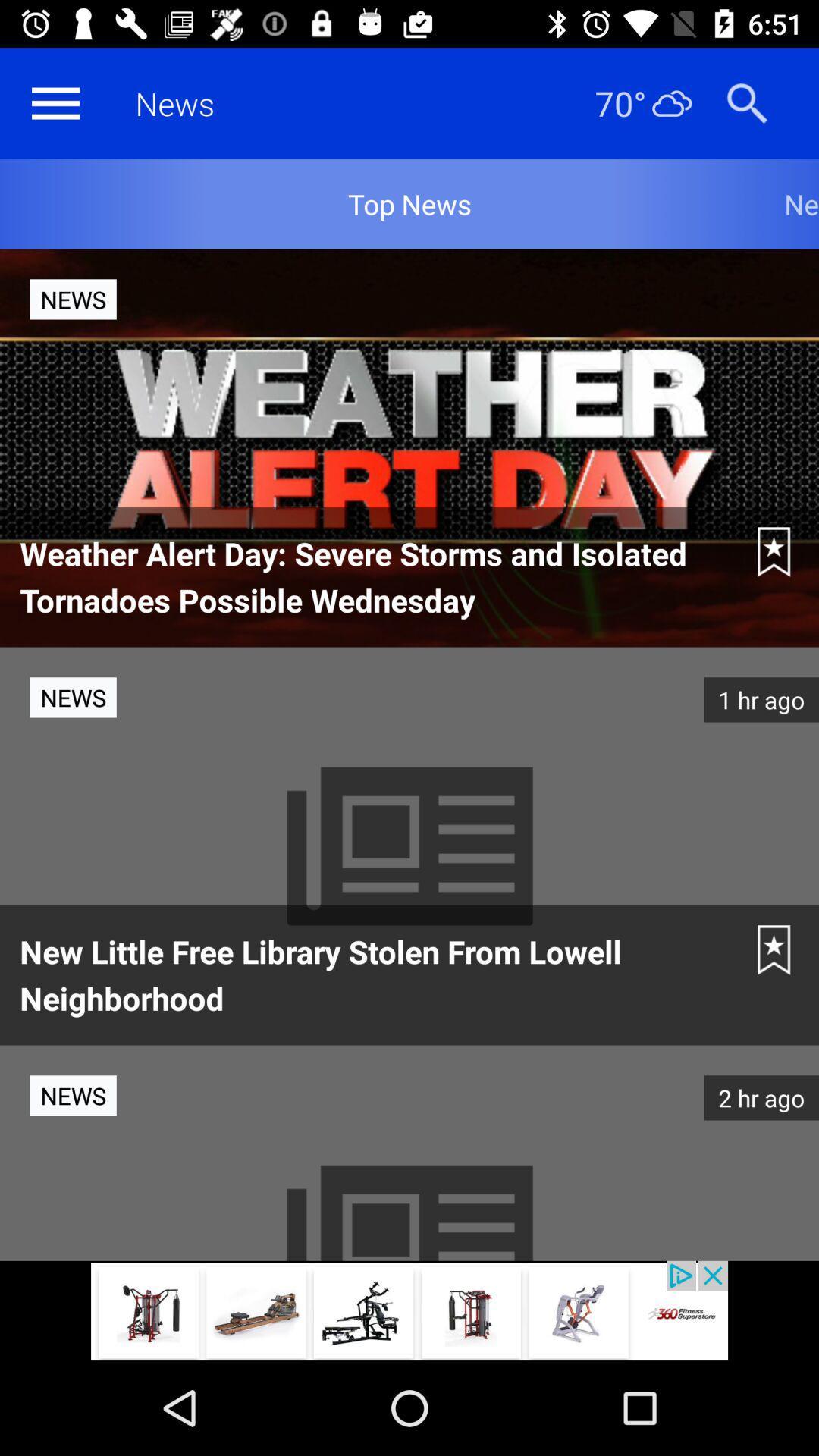 Image resolution: width=819 pixels, height=1456 pixels. Describe the element at coordinates (55, 102) in the screenshot. I see `the menu icon` at that location.